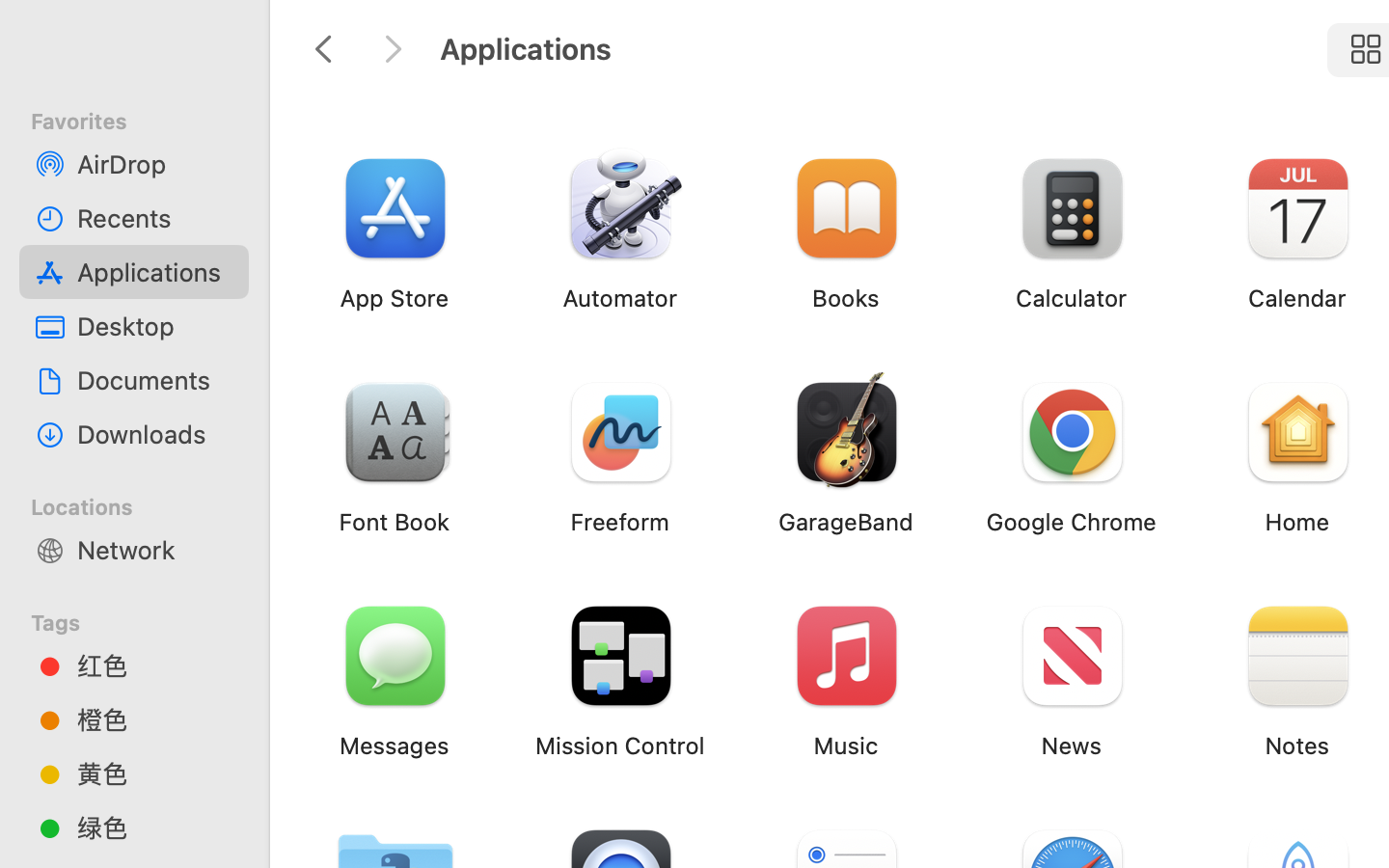  Describe the element at coordinates (153, 326) in the screenshot. I see `'Desktop'` at that location.